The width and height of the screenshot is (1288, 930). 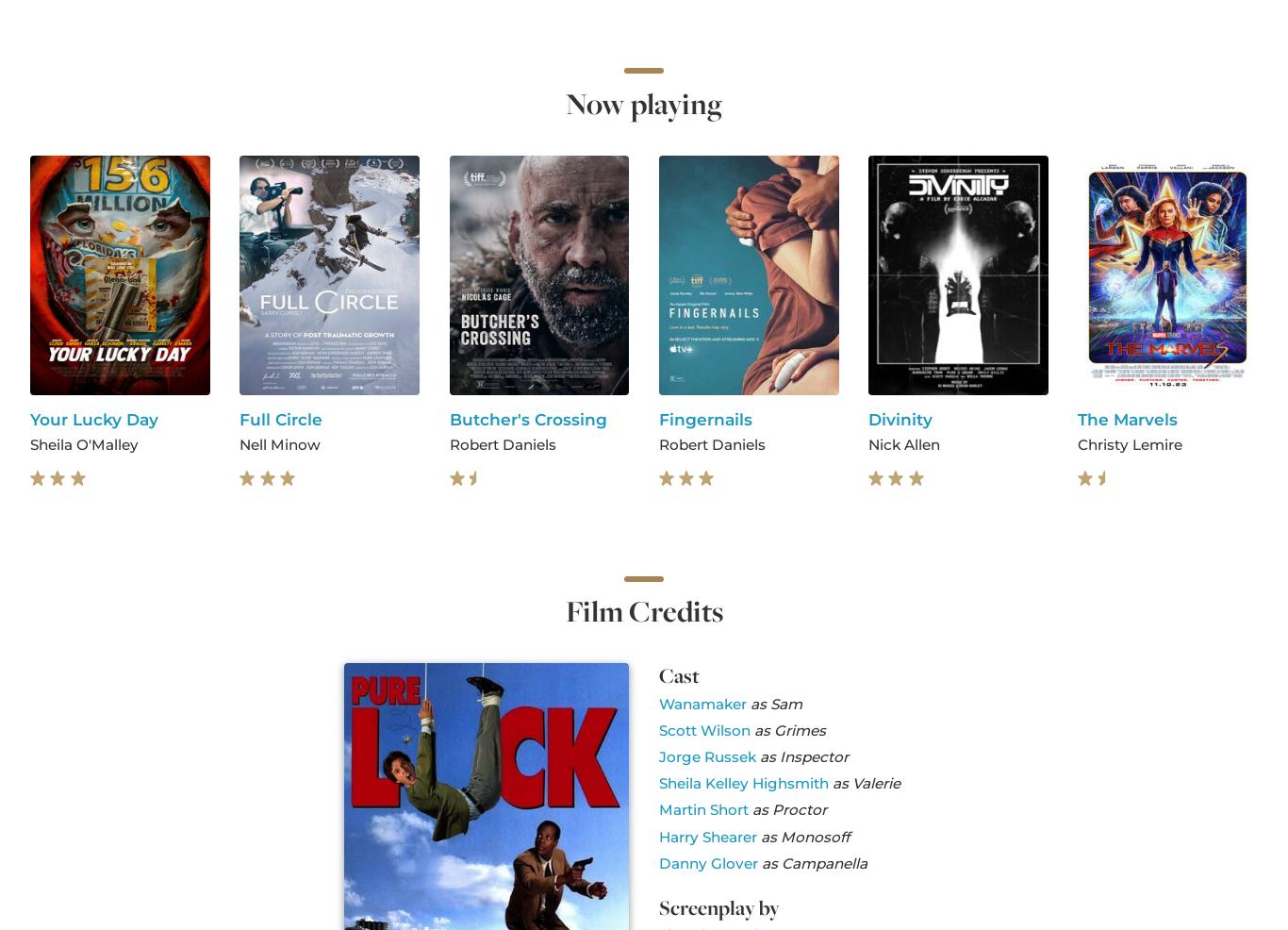 What do you see at coordinates (706, 835) in the screenshot?
I see `'Harry Shearer'` at bounding box center [706, 835].